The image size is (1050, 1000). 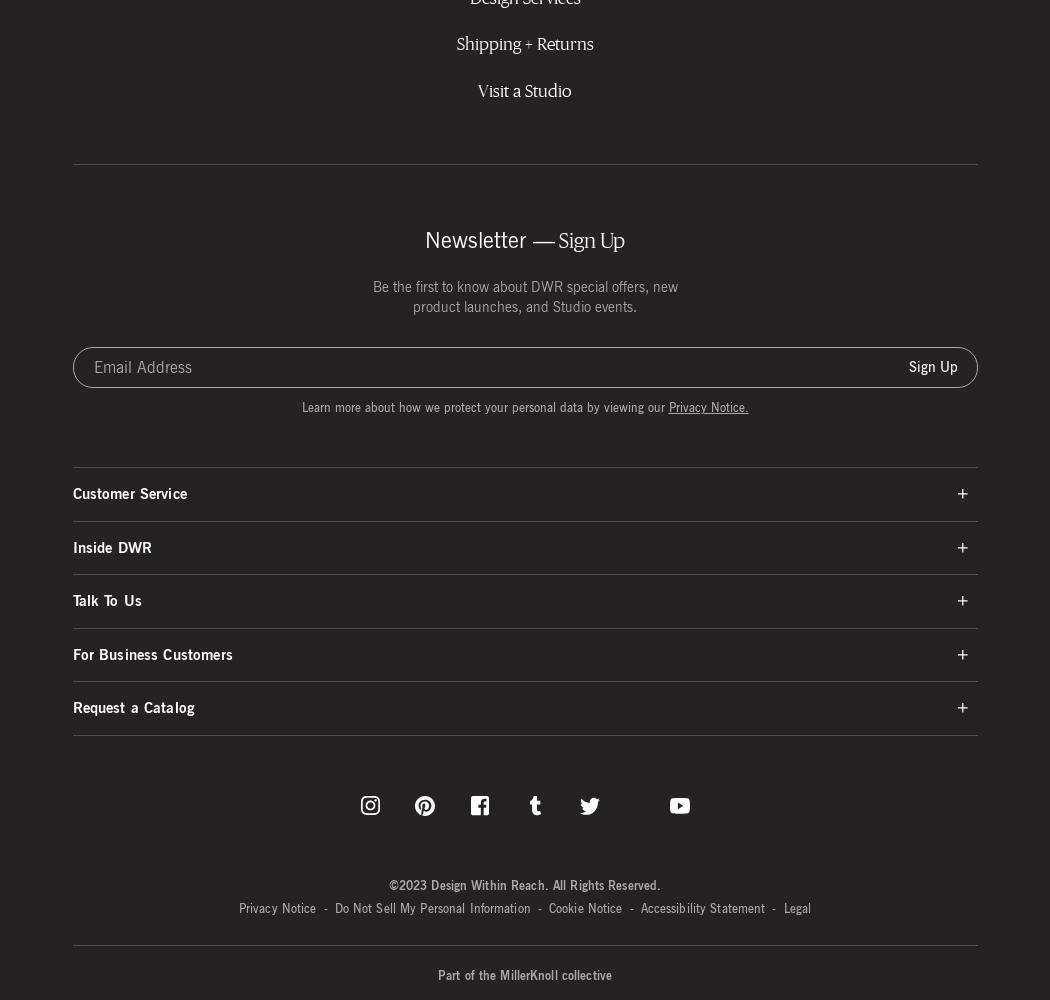 I want to click on '©2023 Design Within Reach. All Rights Reserved.', so click(x=387, y=884).